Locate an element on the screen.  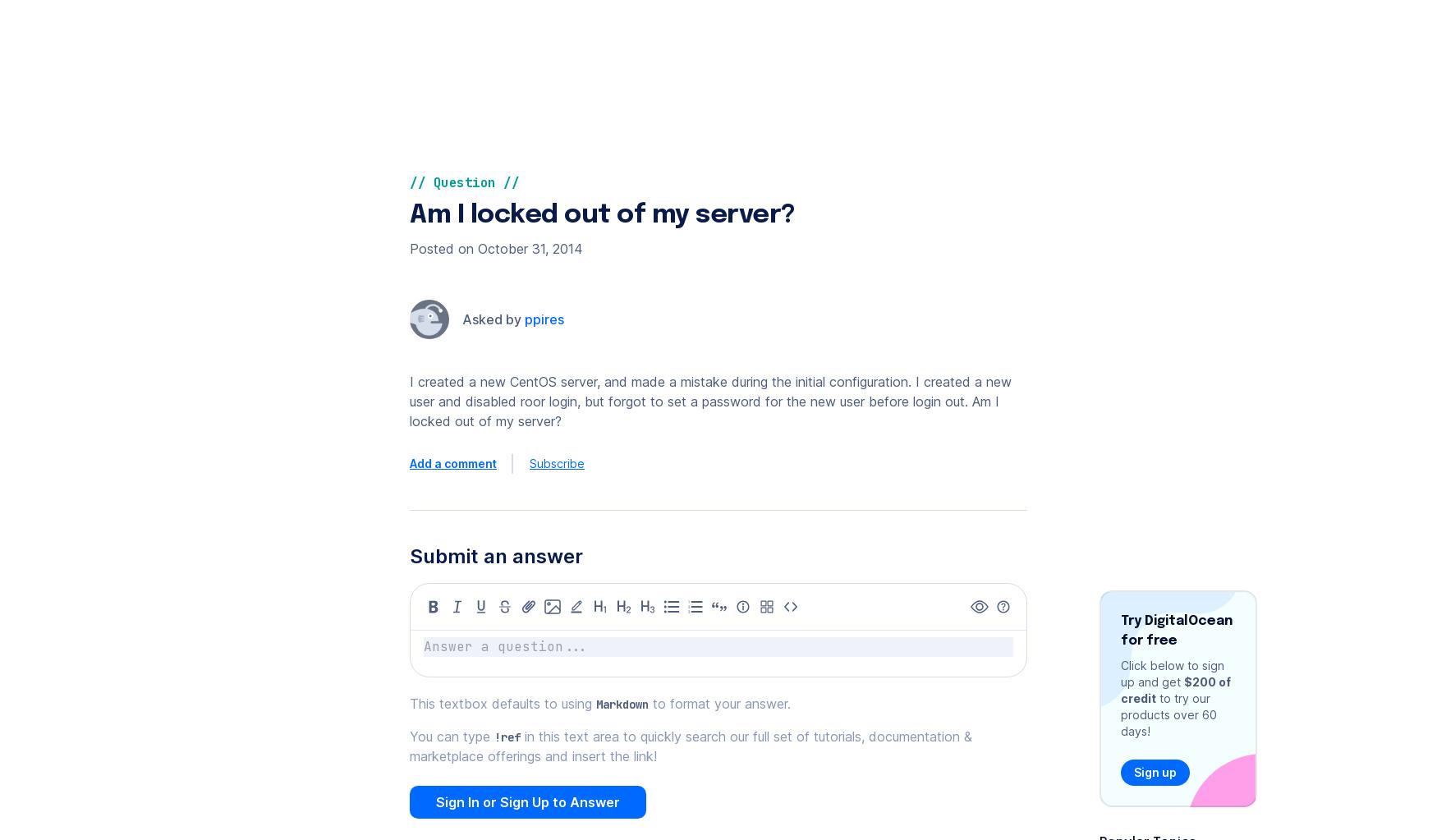
'Sign up' is located at coordinates (1159, 59).